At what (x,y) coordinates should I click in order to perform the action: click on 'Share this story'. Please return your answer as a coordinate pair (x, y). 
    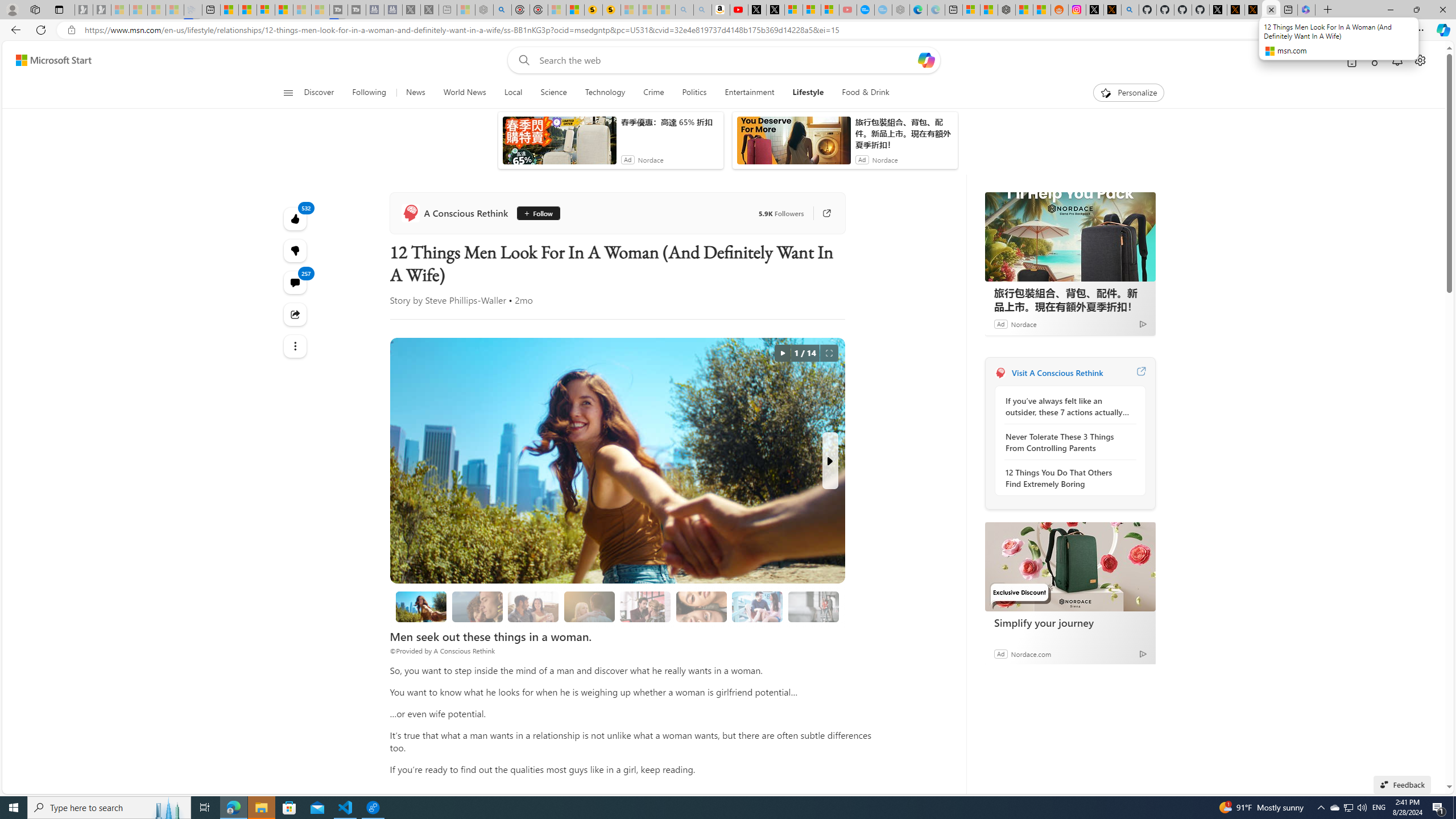
    Looking at the image, I should click on (295, 313).